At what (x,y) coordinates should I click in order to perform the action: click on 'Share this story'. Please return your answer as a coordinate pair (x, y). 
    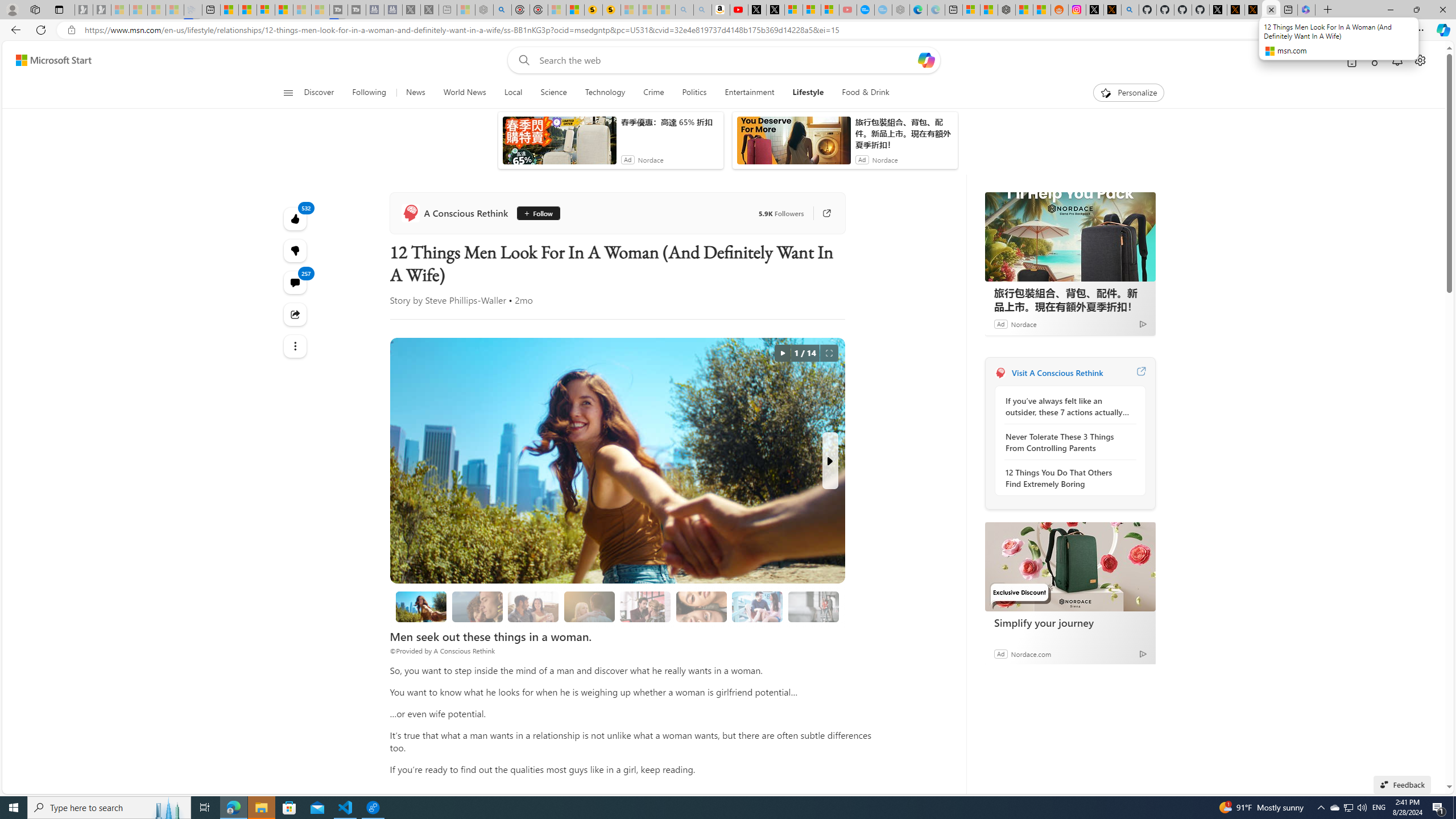
    Looking at the image, I should click on (295, 313).